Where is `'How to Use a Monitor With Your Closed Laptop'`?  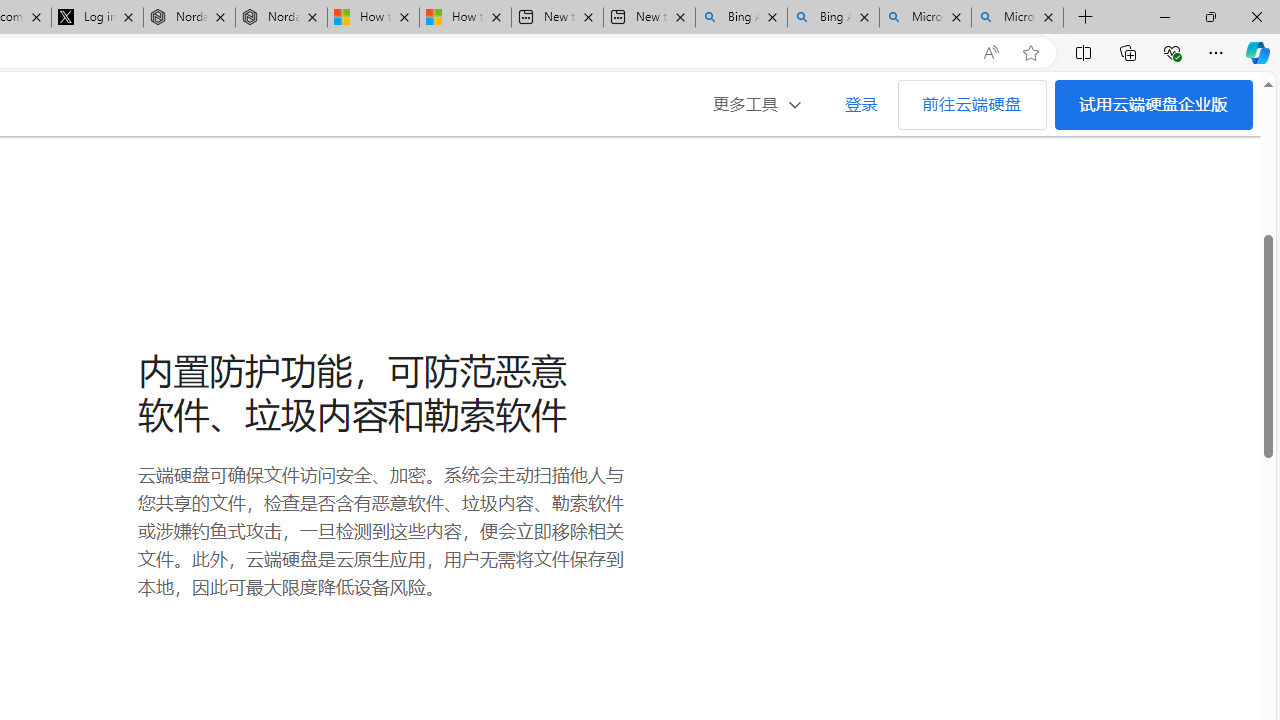
'How to Use a Monitor With Your Closed Laptop' is located at coordinates (464, 17).